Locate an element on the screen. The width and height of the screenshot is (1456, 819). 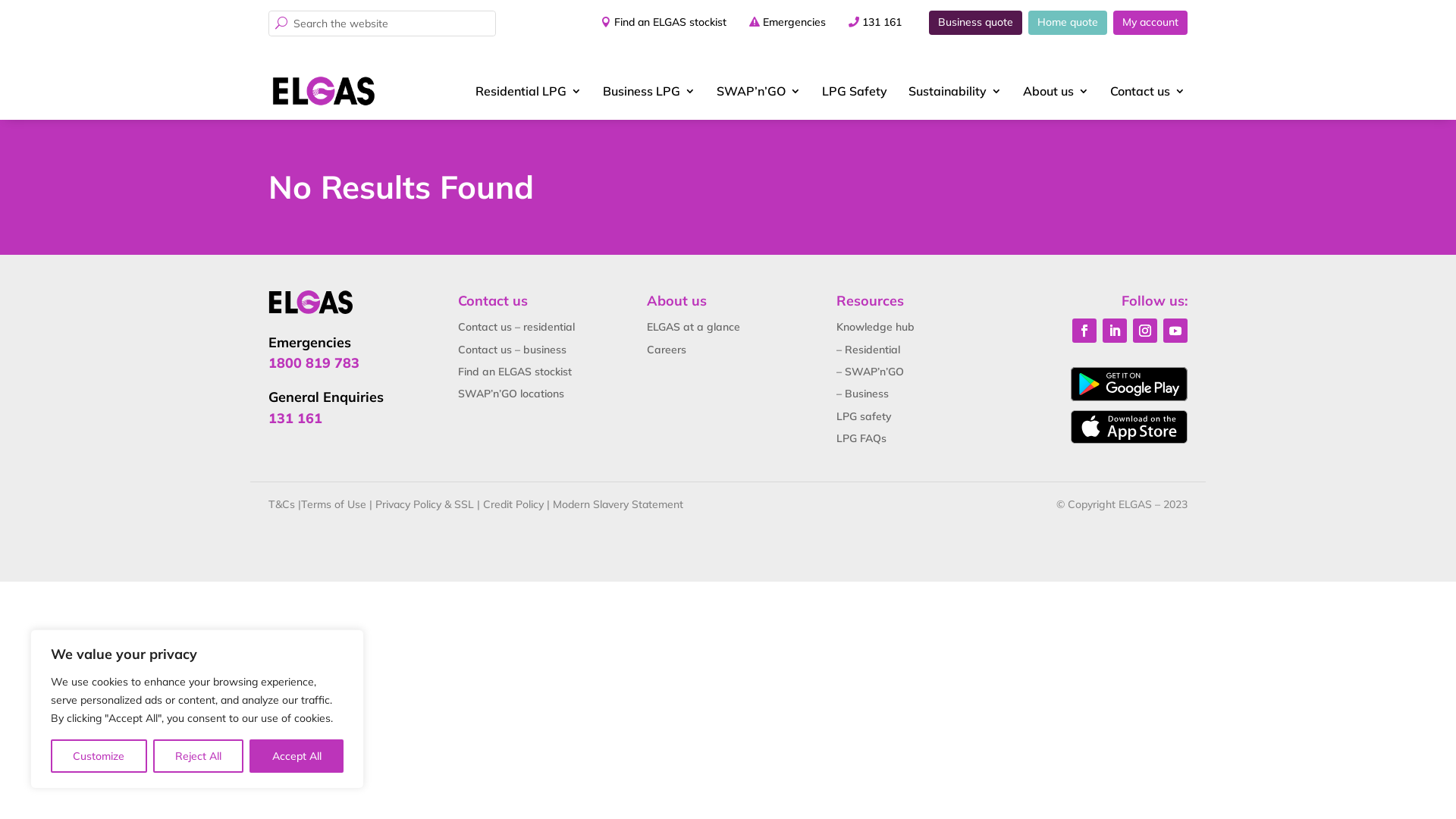
'ELGAS at a glance' is located at coordinates (692, 326).